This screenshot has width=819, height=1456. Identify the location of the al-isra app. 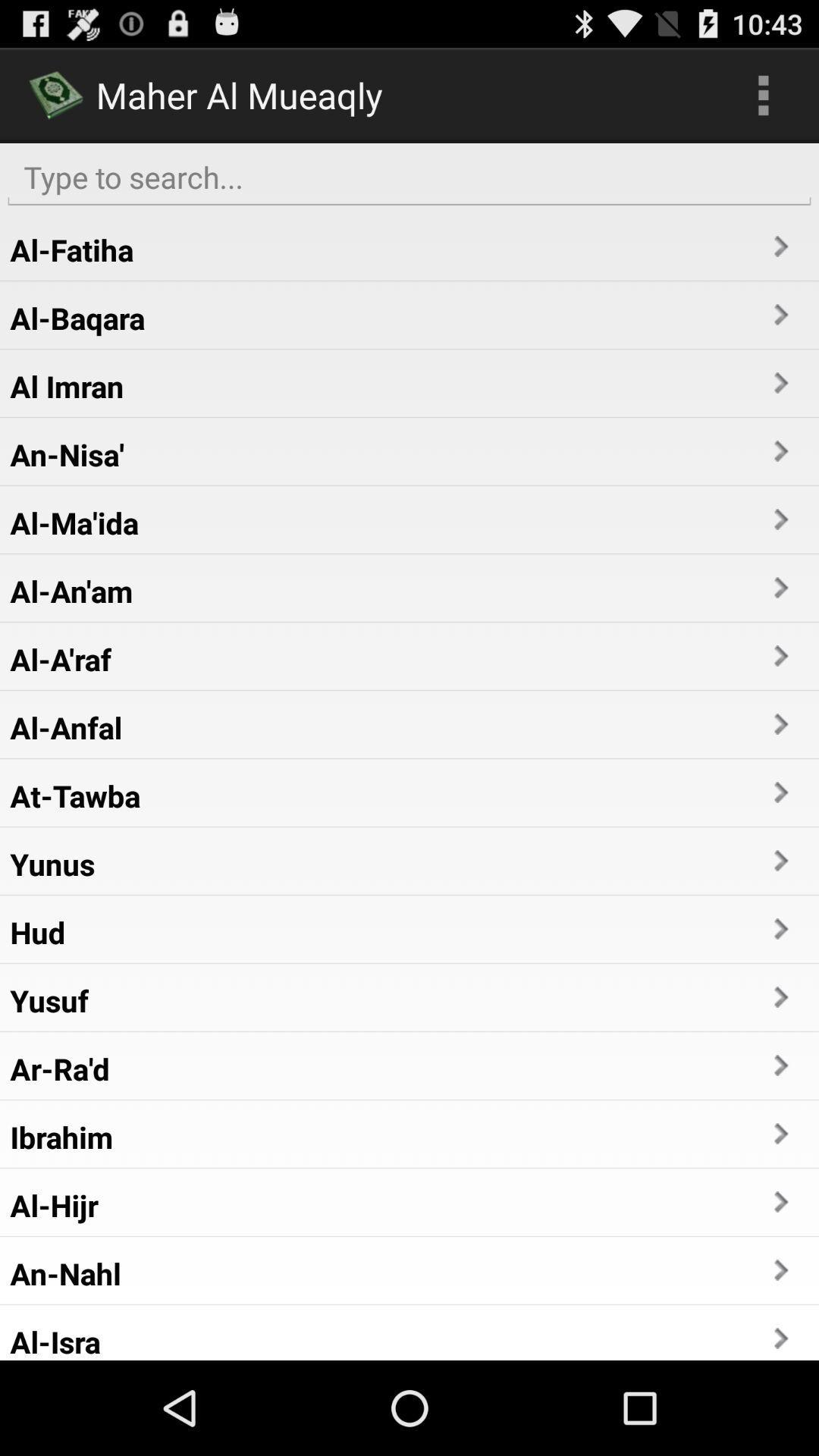
(55, 1341).